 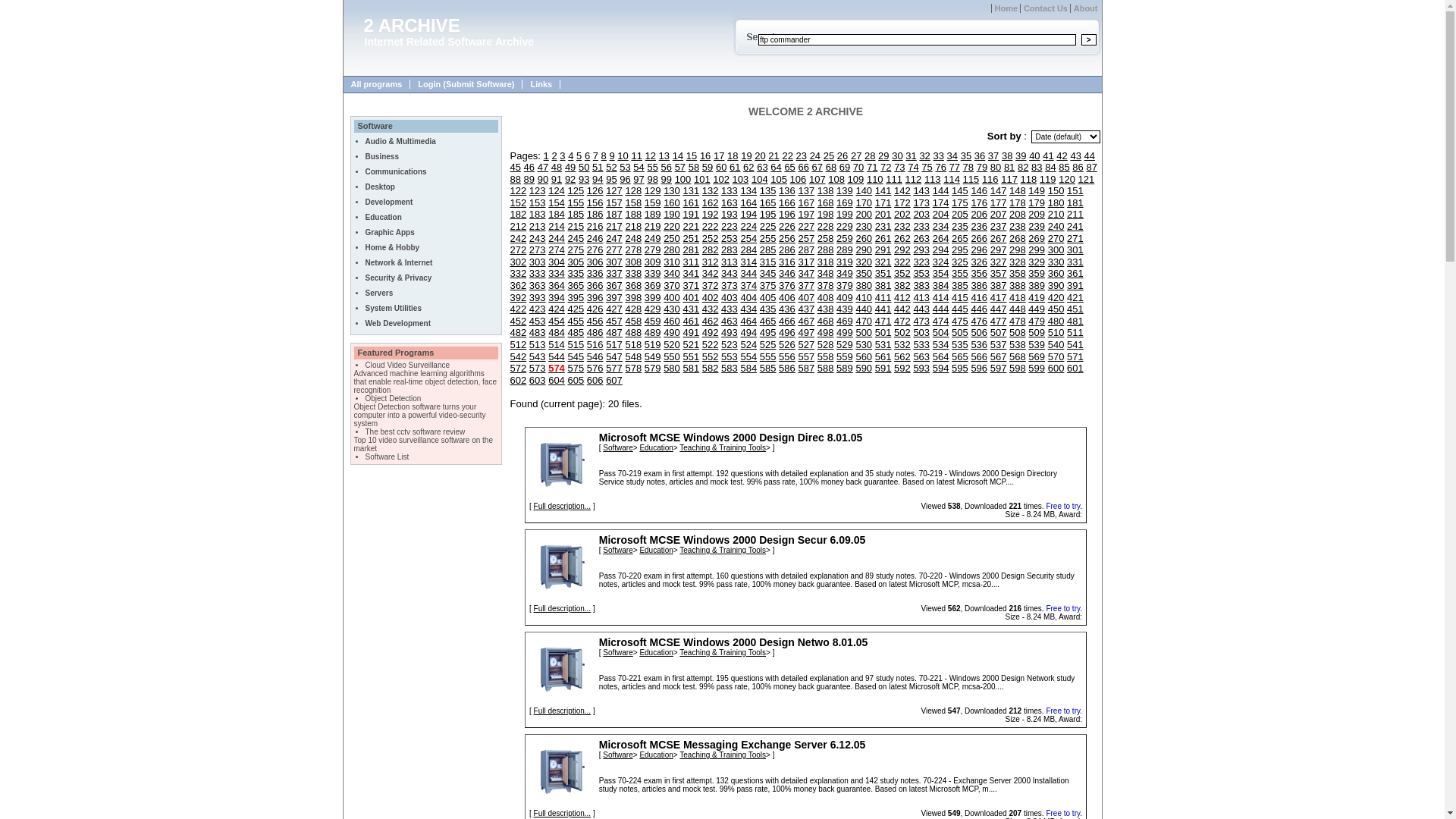 I want to click on '120', so click(x=1065, y=178).